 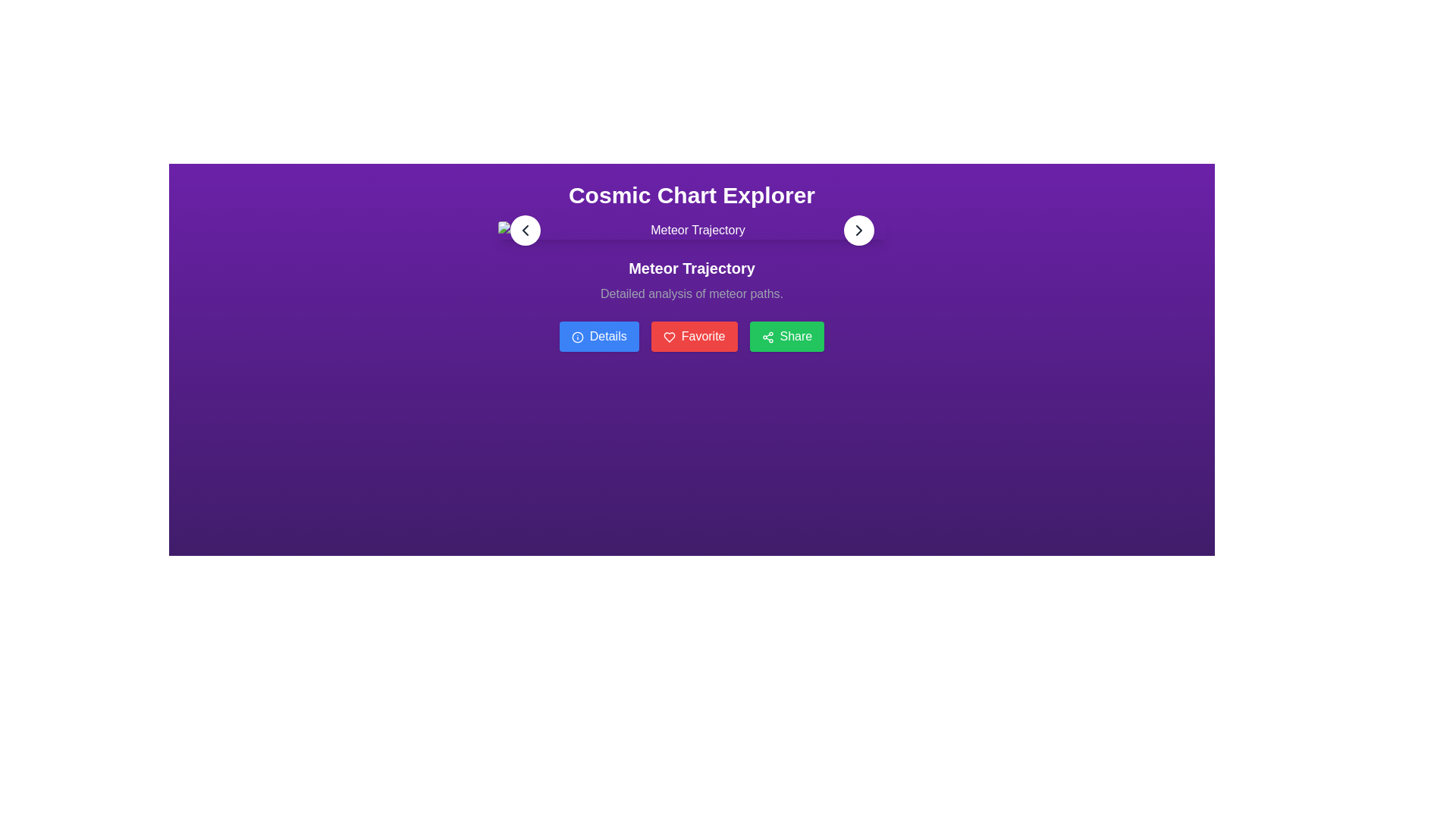 What do you see at coordinates (691, 281) in the screenshot?
I see `the static informational text block that displays 'Meteor Trajectory' in bold as the title and 'Detailed analysis of meteor paths.' as the subtitle, positioned centrally under 'Cosmic Chart Explorer'` at bounding box center [691, 281].